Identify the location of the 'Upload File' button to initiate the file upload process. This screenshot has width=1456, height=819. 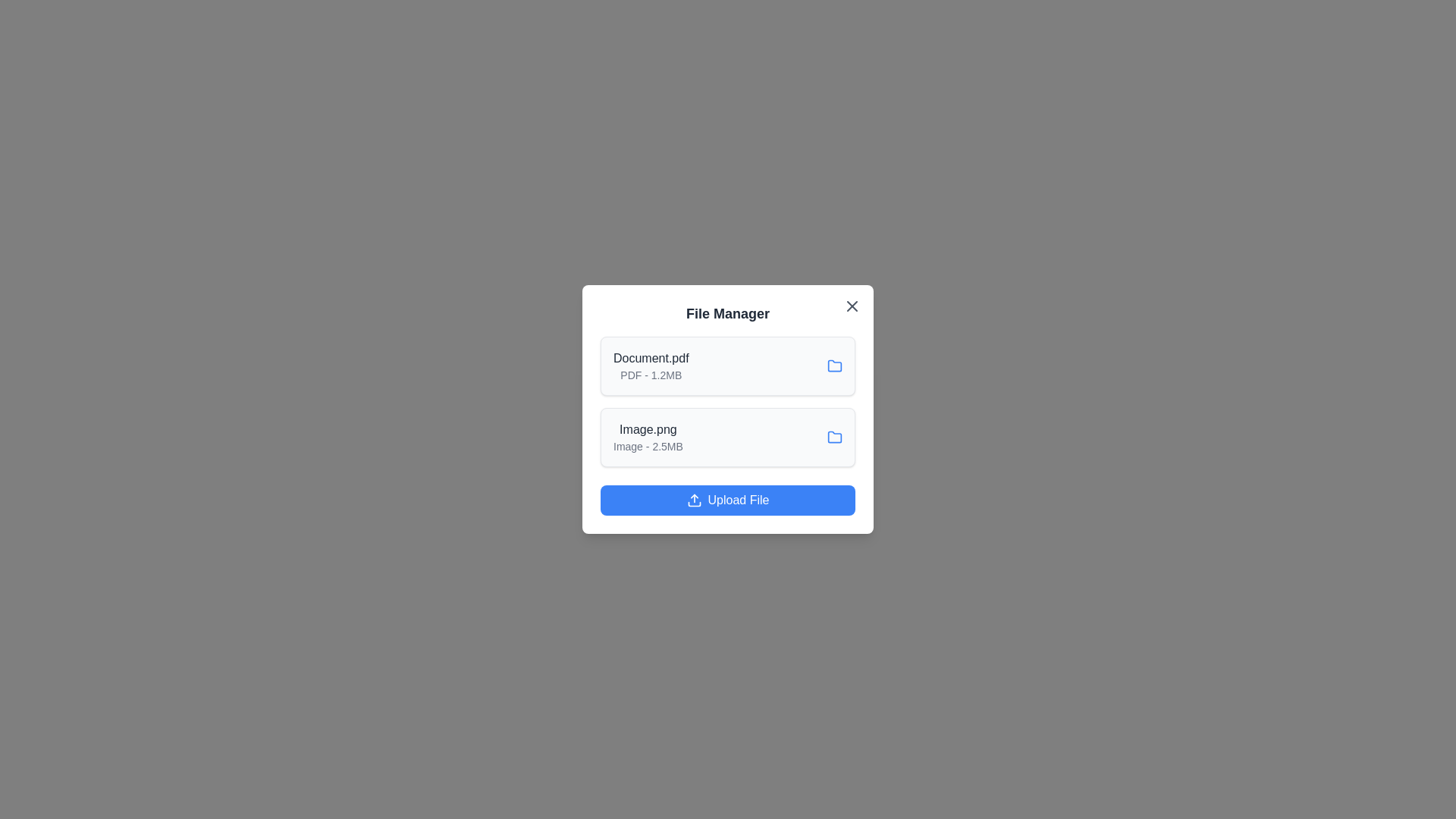
(728, 500).